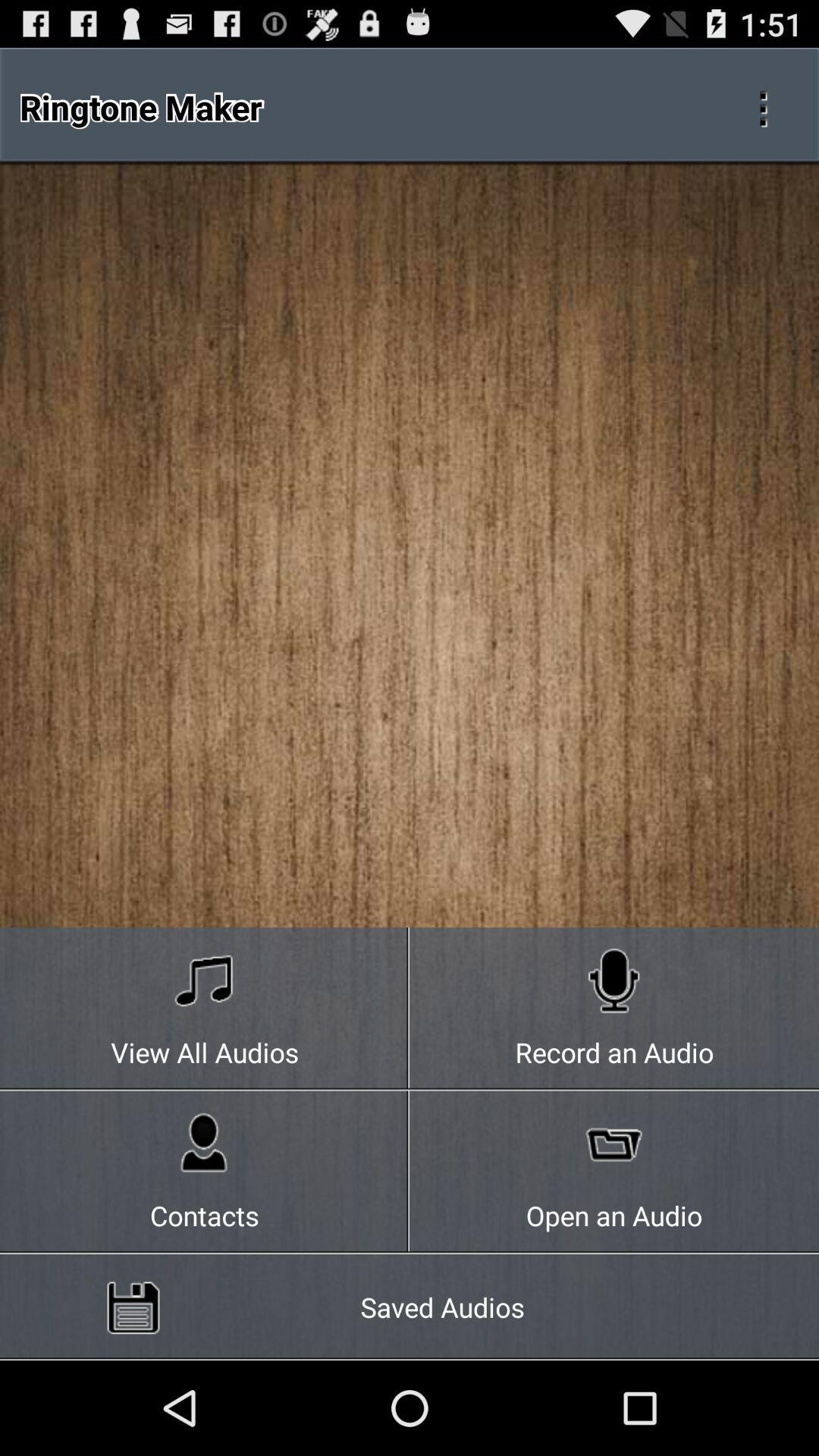 This screenshot has width=819, height=1456. What do you see at coordinates (409, 1306) in the screenshot?
I see `the icon below the contacts icon` at bounding box center [409, 1306].